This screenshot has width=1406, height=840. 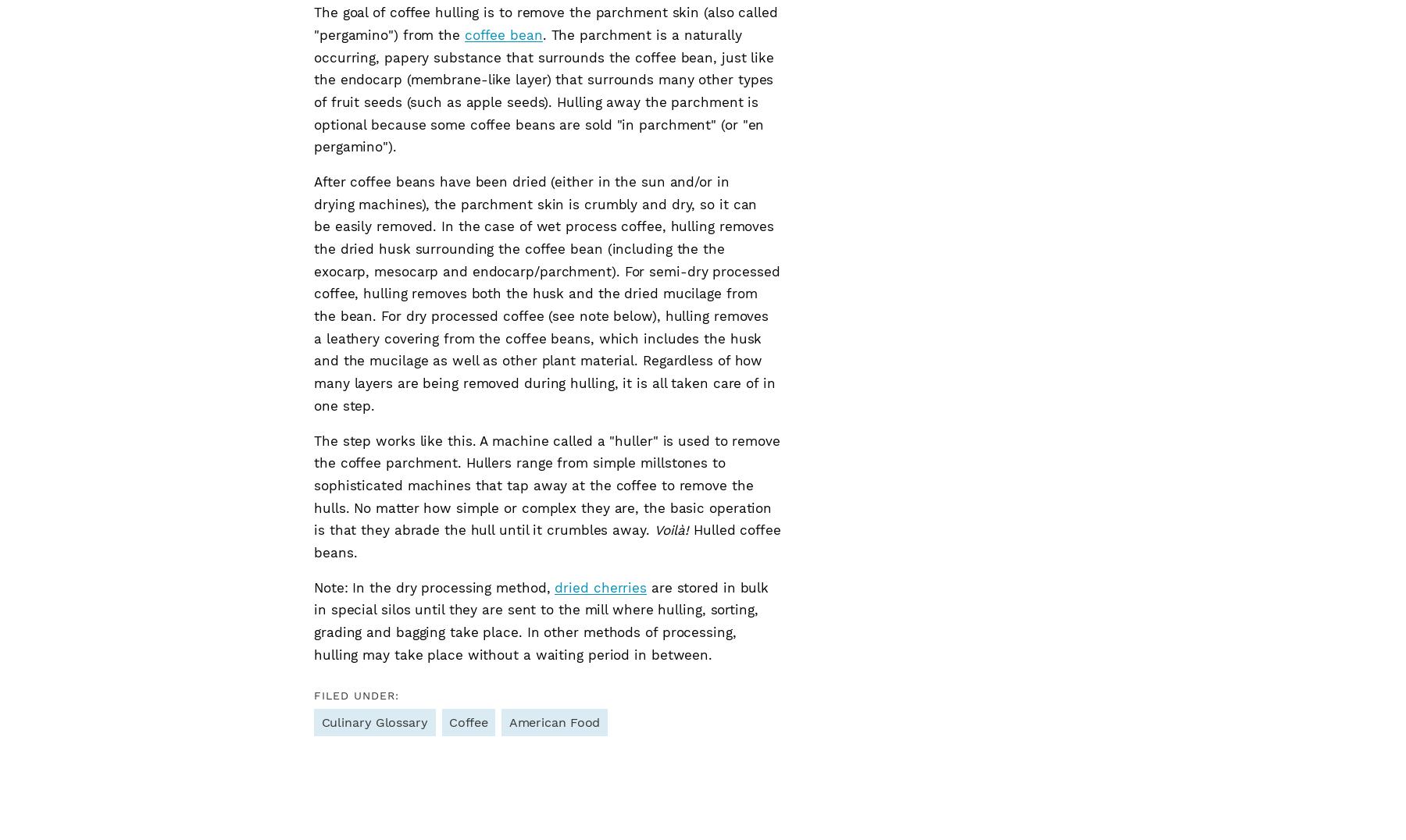 What do you see at coordinates (373, 721) in the screenshot?
I see `'Culinary Glossary'` at bounding box center [373, 721].